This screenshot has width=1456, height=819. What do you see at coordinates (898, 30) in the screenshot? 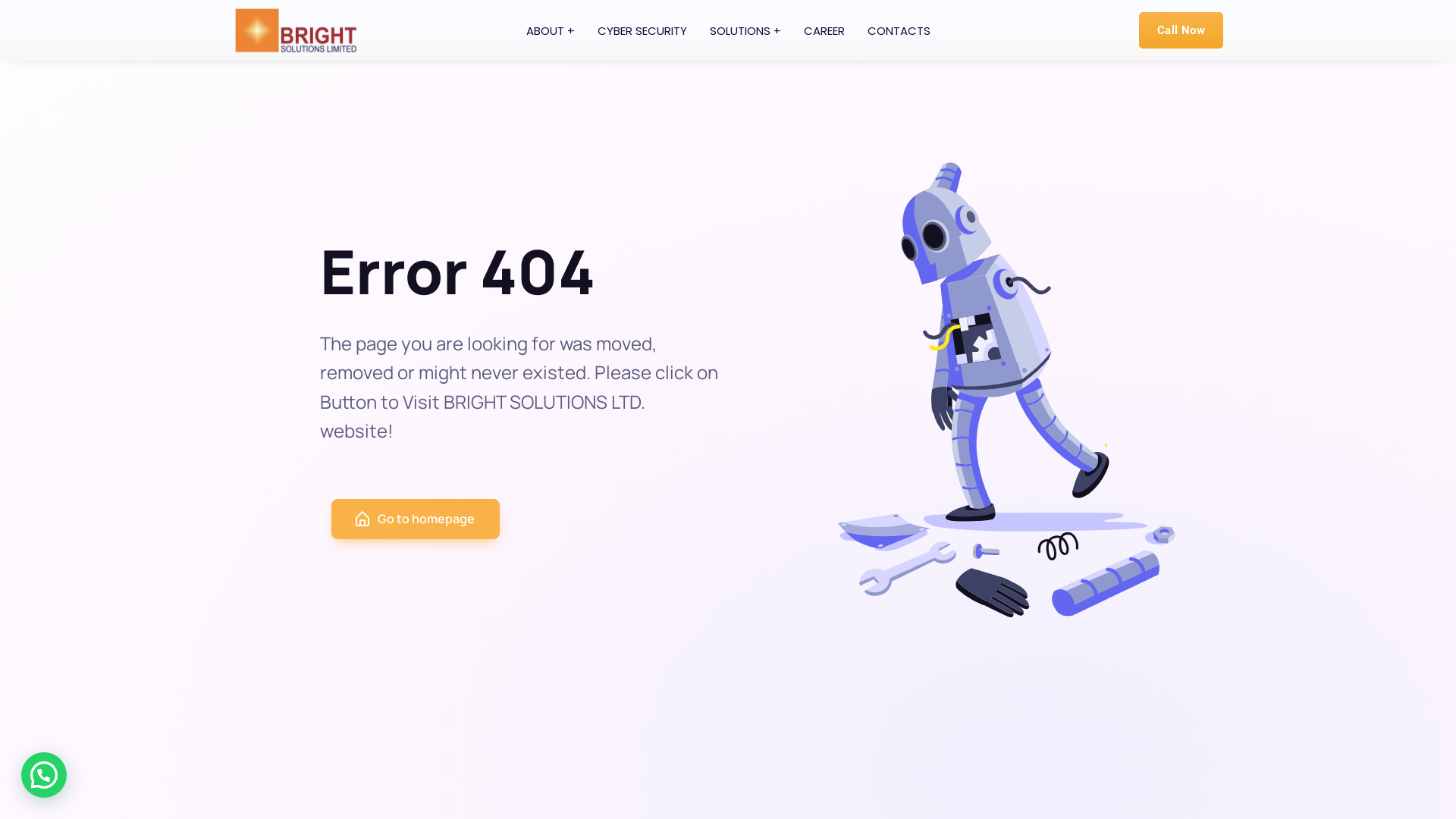
I see `'CONTACTS'` at bounding box center [898, 30].